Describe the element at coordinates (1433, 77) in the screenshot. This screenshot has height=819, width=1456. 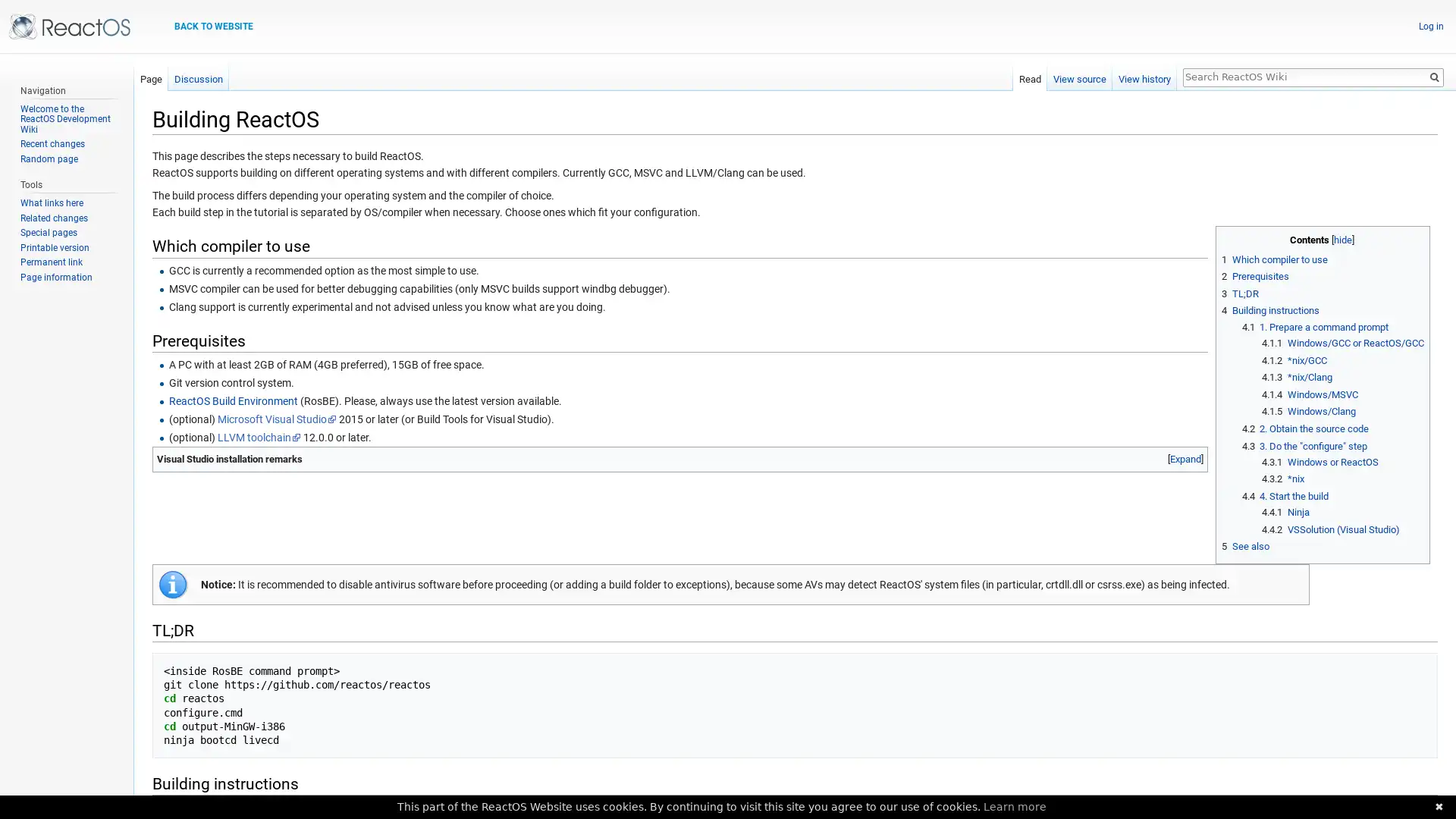
I see `Go` at that location.